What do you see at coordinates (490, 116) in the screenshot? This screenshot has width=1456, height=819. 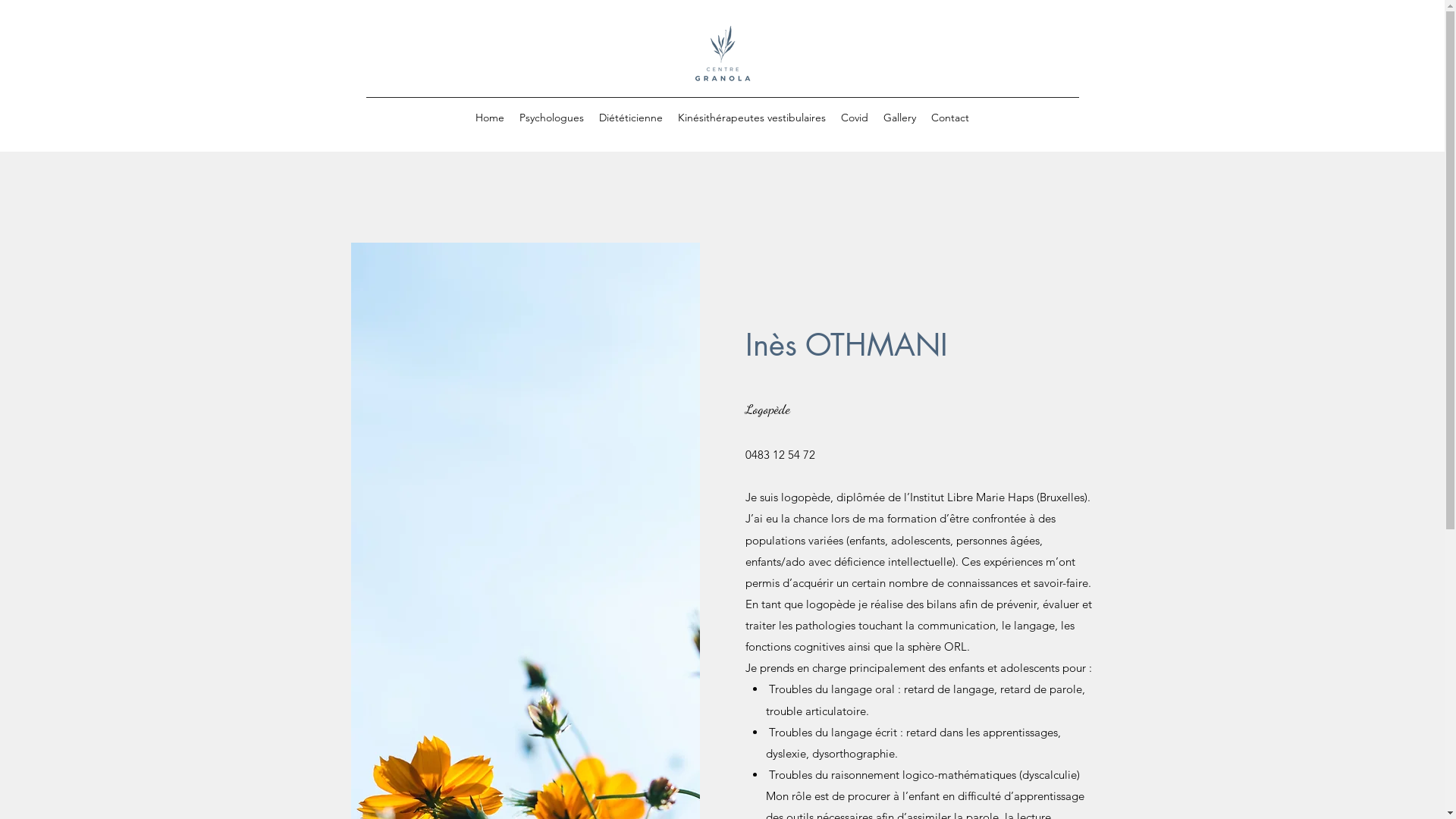 I see `'Home'` at bounding box center [490, 116].